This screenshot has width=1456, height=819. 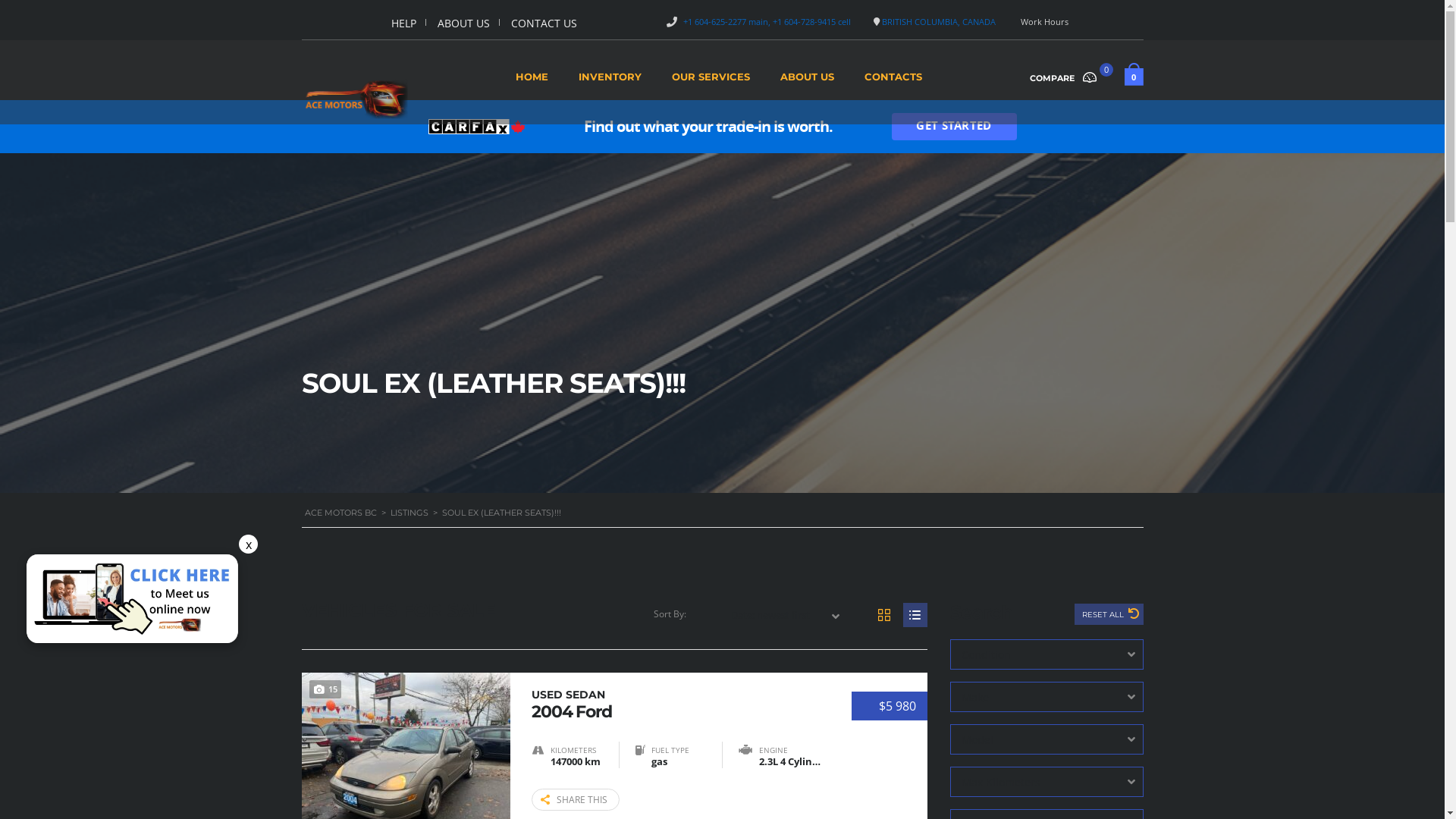 I want to click on 'RESET ALL', so click(x=1108, y=614).